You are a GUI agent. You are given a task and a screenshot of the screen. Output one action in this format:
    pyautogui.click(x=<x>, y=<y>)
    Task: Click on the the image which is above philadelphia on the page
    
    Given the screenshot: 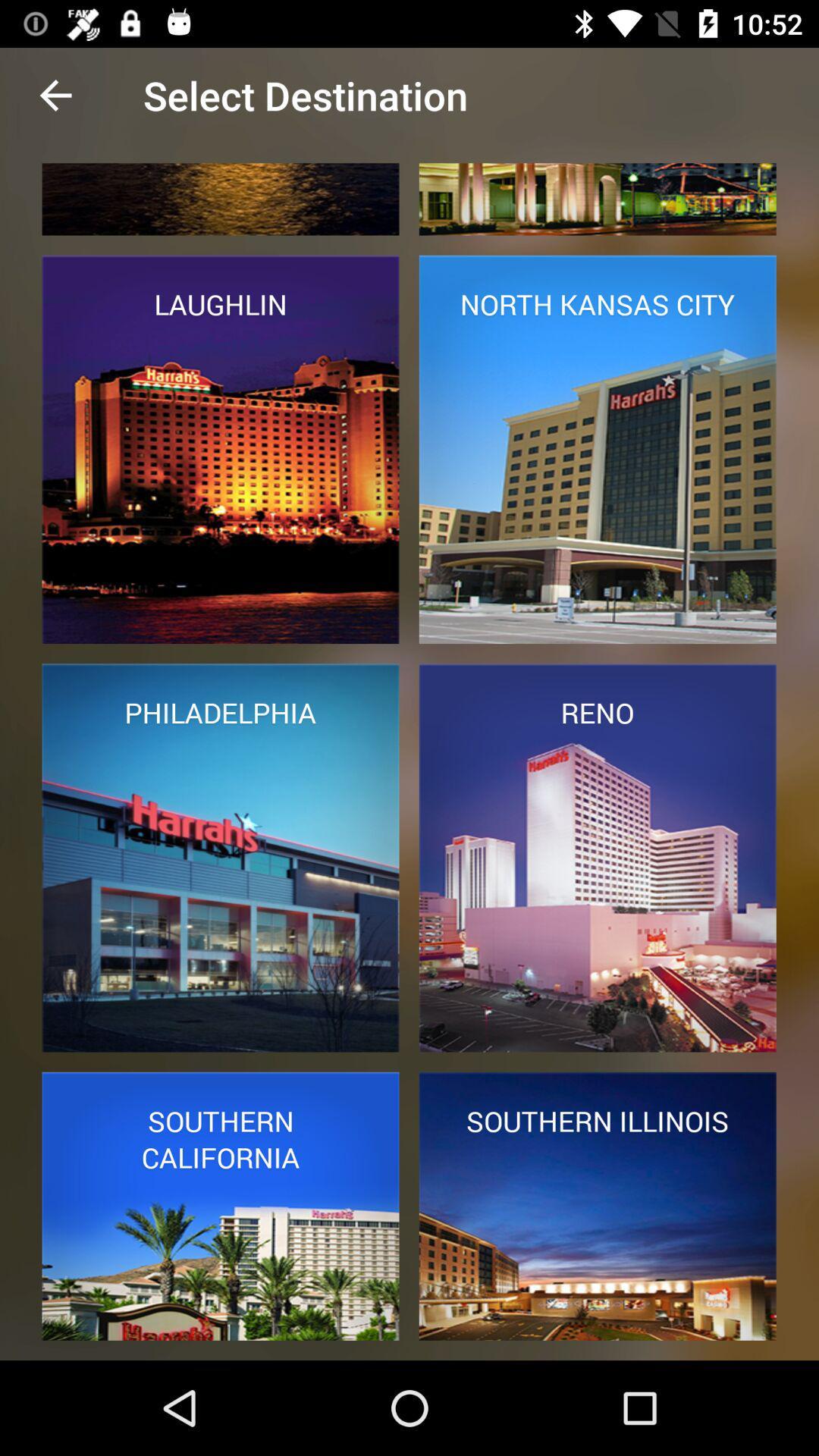 What is the action you would take?
    pyautogui.click(x=221, y=449)
    